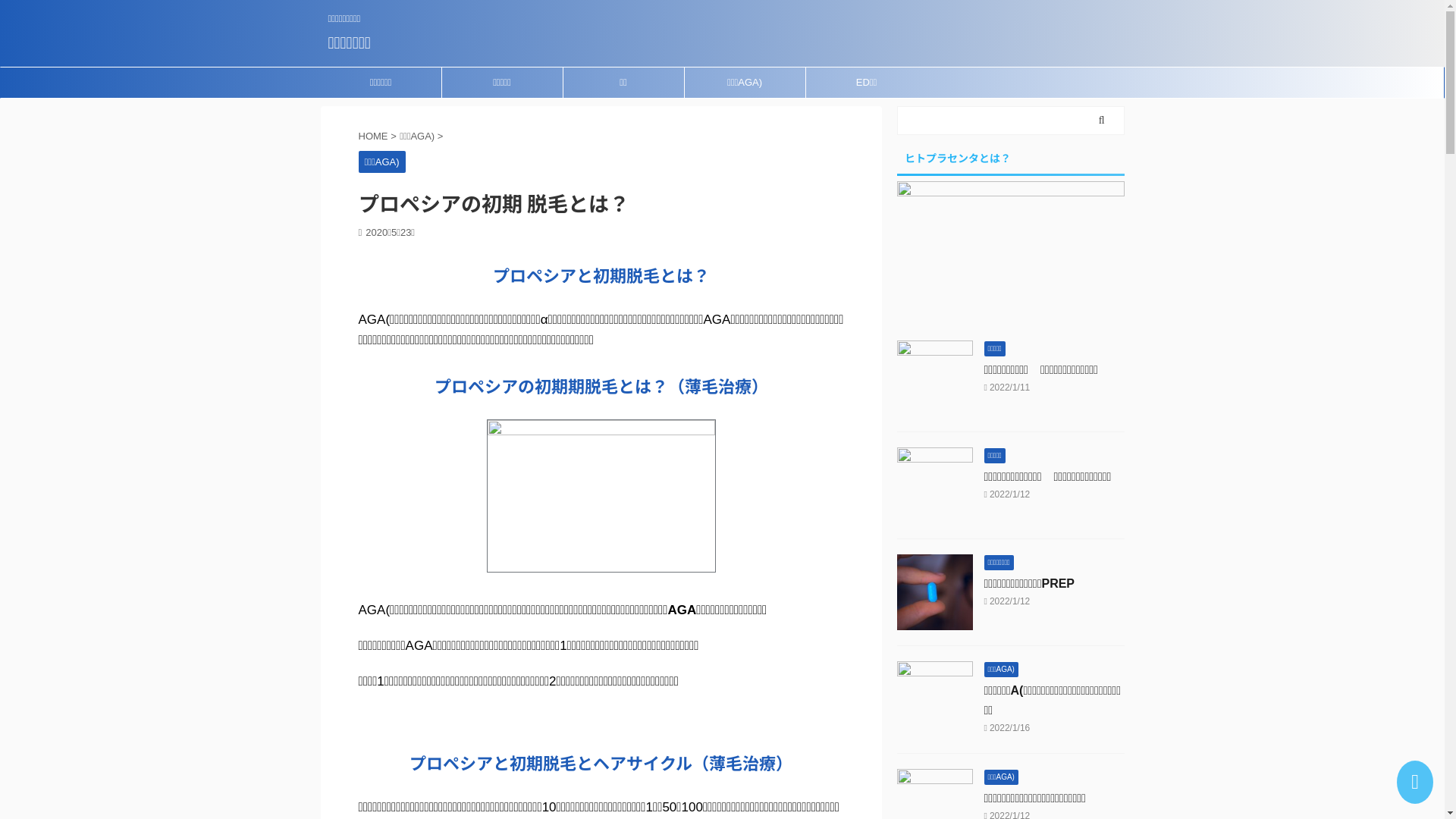 The height and width of the screenshot is (819, 1456). What do you see at coordinates (374, 135) in the screenshot?
I see `'HOME'` at bounding box center [374, 135].